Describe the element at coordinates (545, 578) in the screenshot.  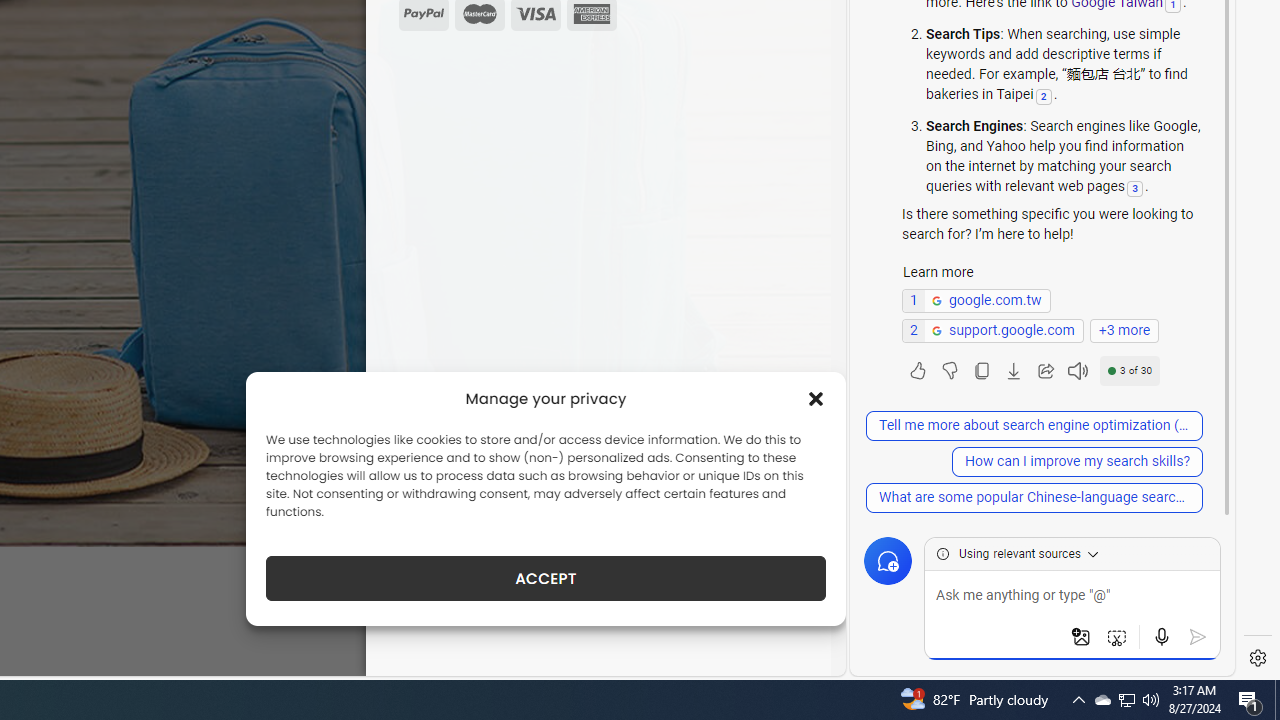
I see `'ACCEPT'` at that location.